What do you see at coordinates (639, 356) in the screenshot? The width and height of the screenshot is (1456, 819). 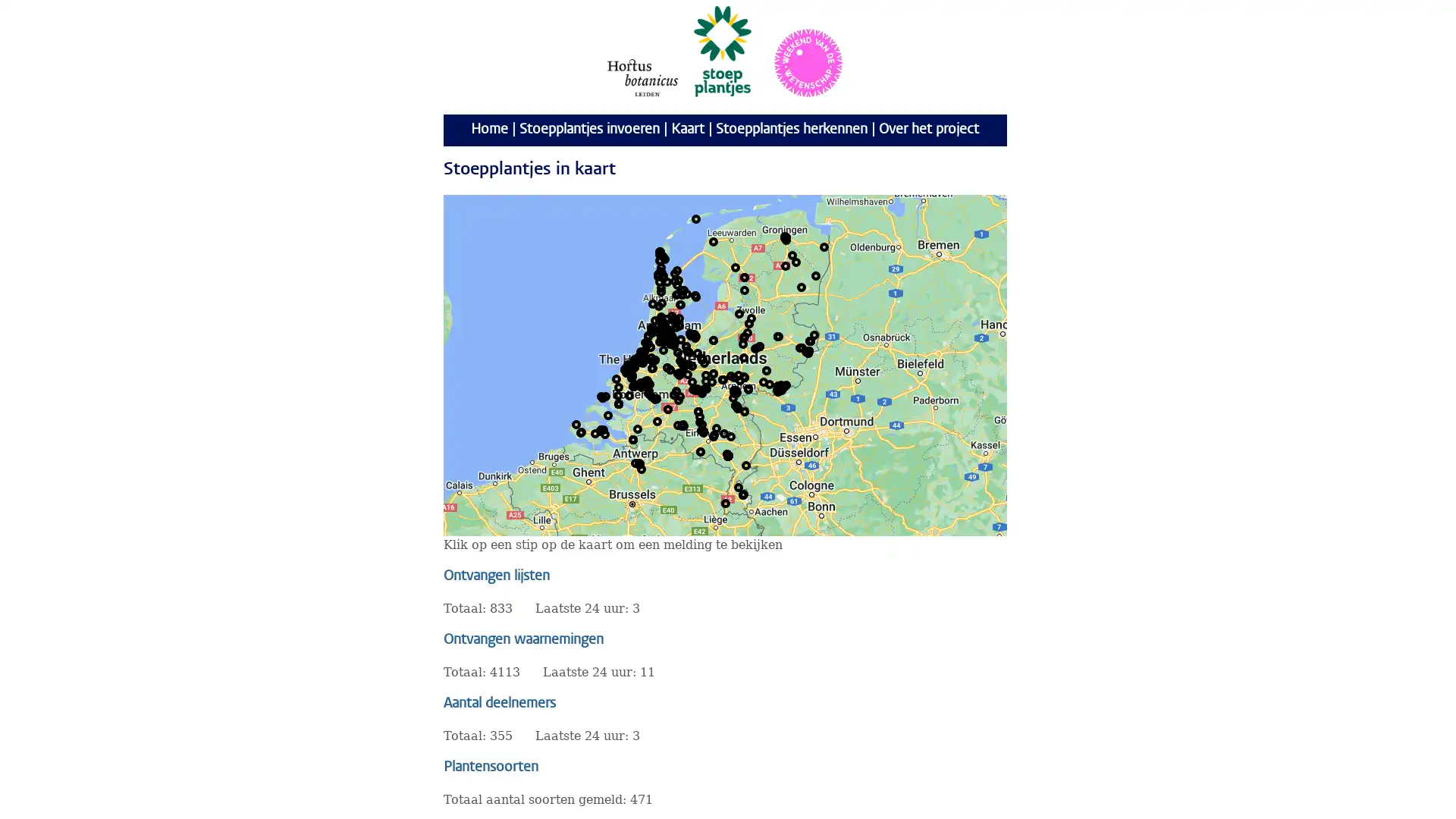 I see `Telling van op 03 november 2021` at bounding box center [639, 356].